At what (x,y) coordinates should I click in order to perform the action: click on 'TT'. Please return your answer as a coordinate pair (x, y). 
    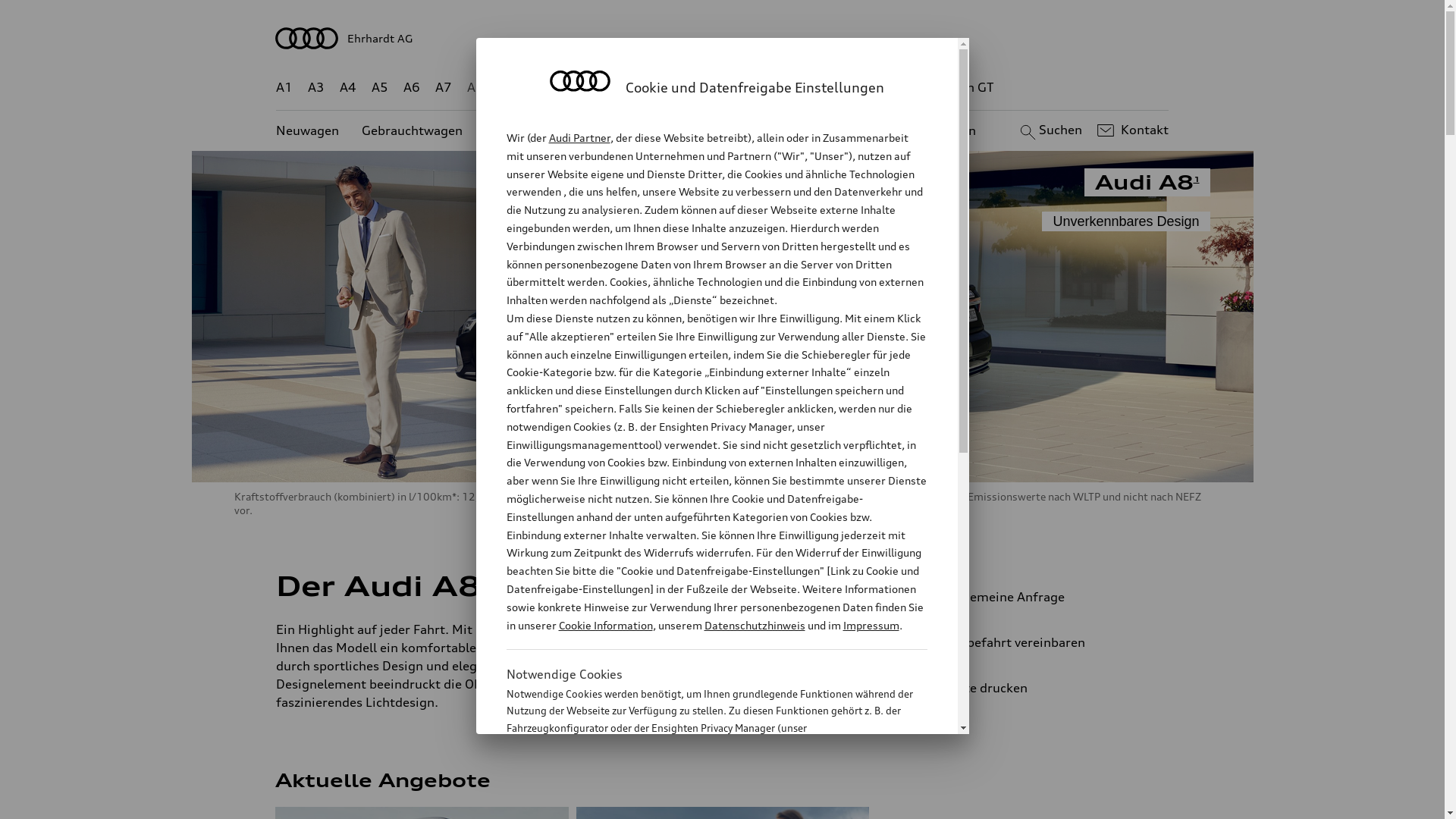
    Looking at the image, I should click on (814, 87).